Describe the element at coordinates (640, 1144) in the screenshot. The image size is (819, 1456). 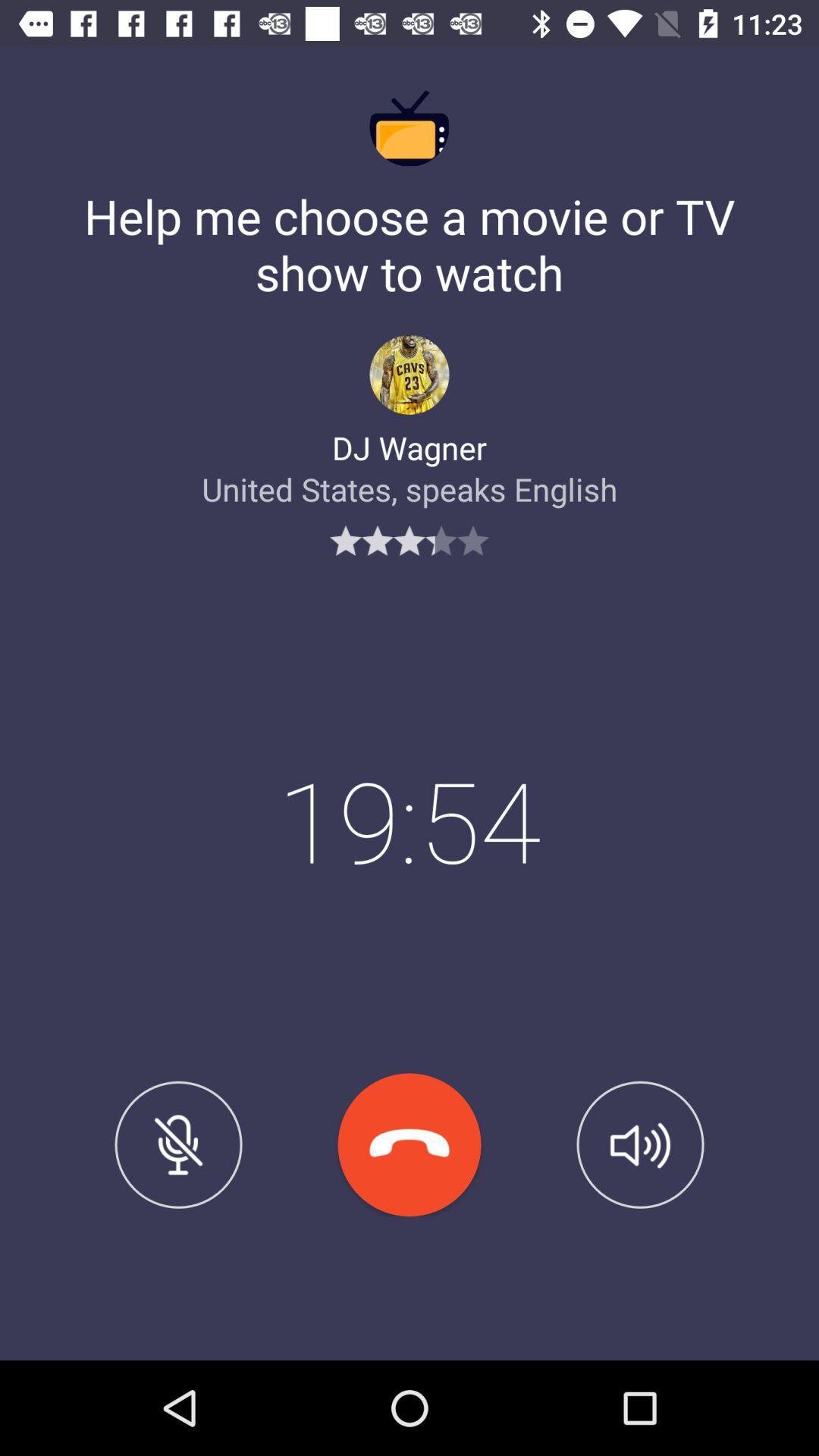
I see `the item below united states speaks icon` at that location.